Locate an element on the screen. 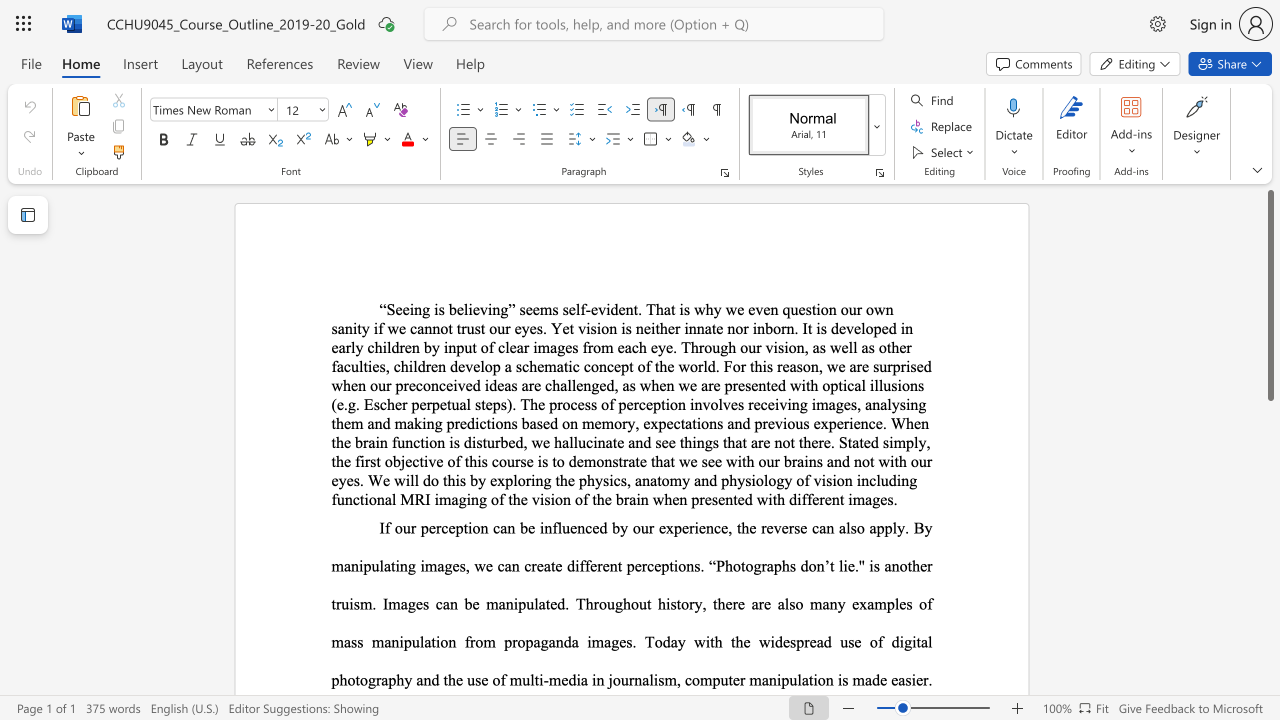  the vertical scrollbar to lower the page content is located at coordinates (1269, 450).